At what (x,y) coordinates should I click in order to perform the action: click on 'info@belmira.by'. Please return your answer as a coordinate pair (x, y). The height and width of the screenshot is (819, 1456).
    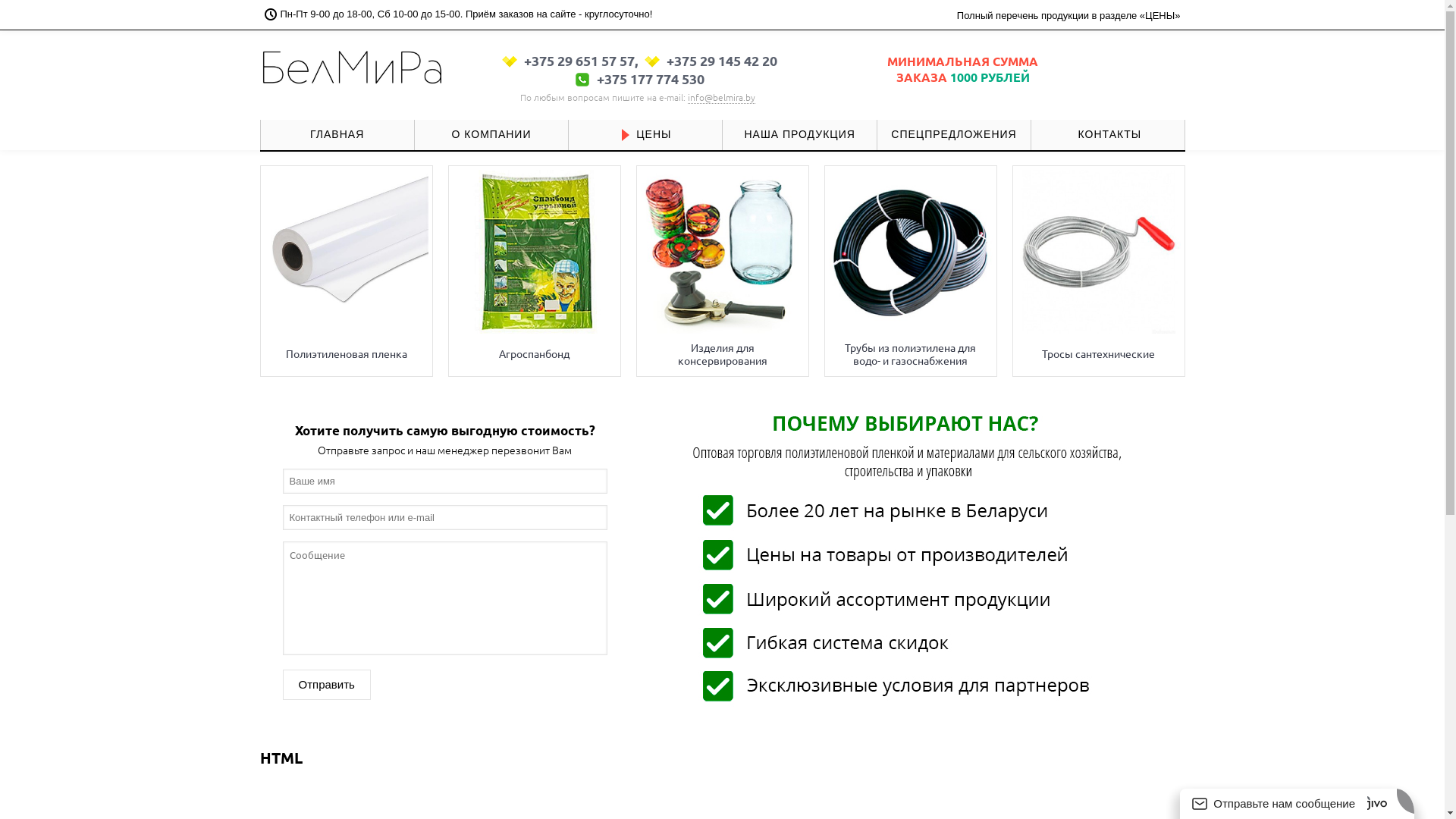
    Looking at the image, I should click on (720, 97).